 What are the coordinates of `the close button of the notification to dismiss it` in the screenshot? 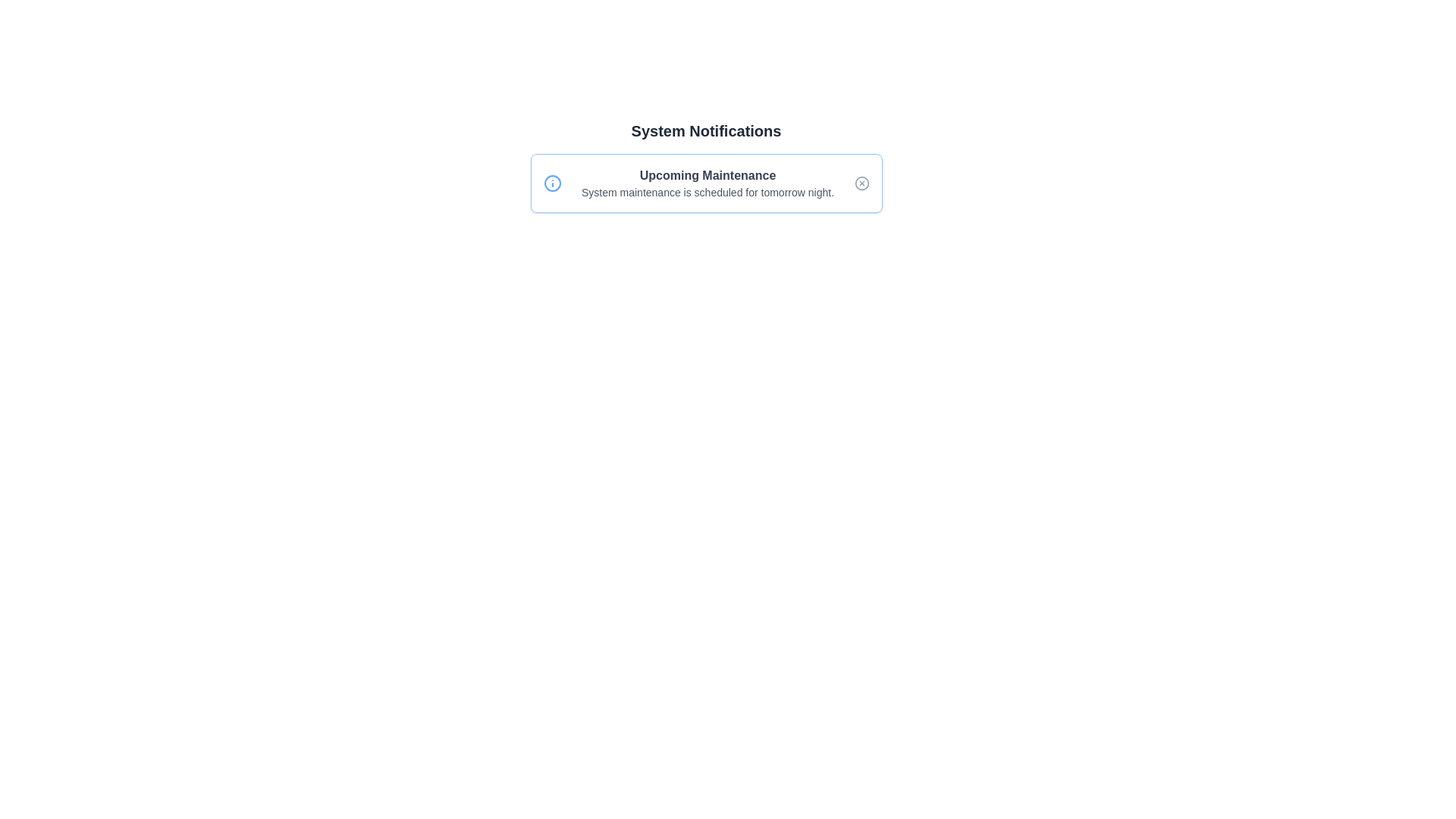 It's located at (861, 183).